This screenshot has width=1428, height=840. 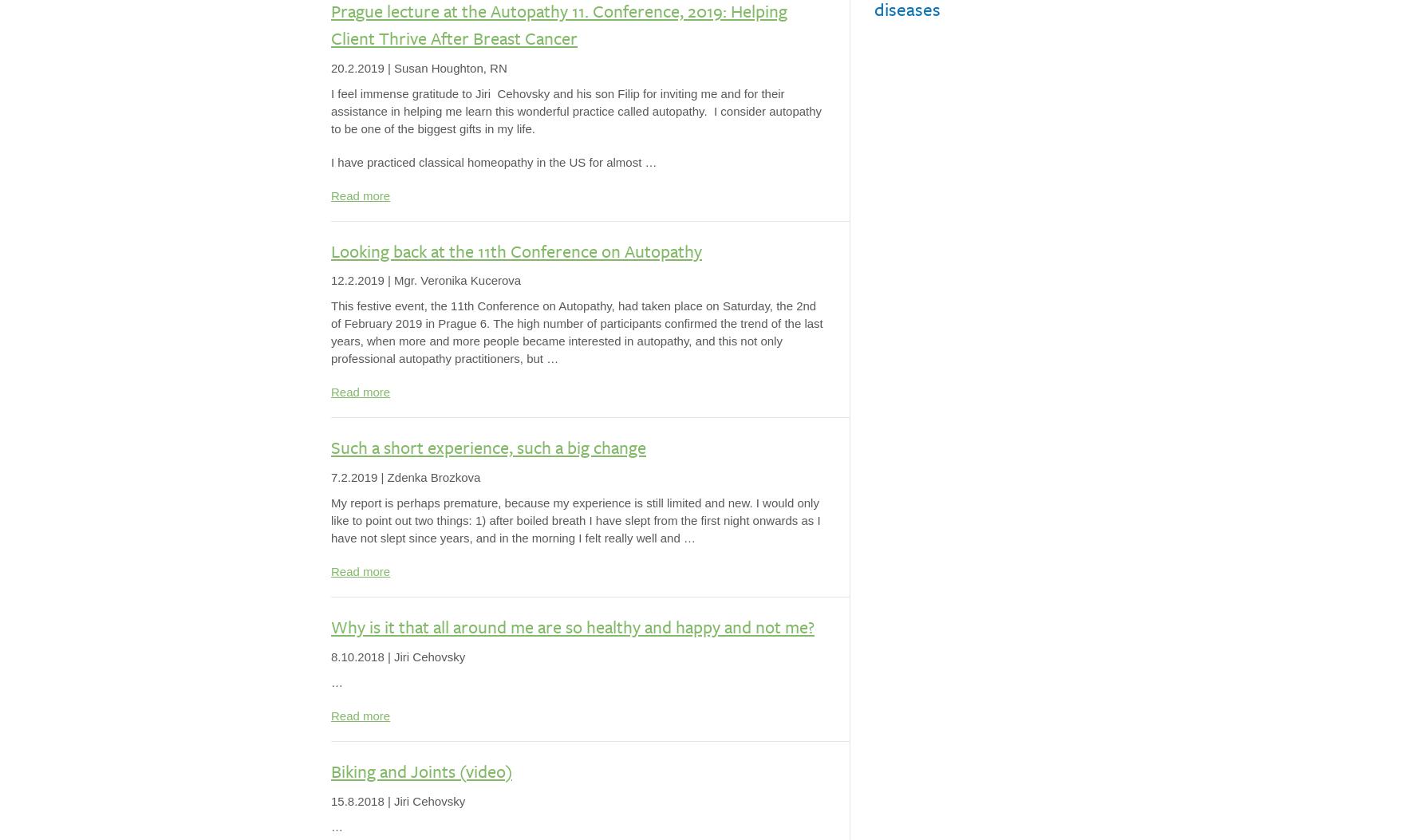 What do you see at coordinates (330, 655) in the screenshot?
I see `'8.10.2018'` at bounding box center [330, 655].